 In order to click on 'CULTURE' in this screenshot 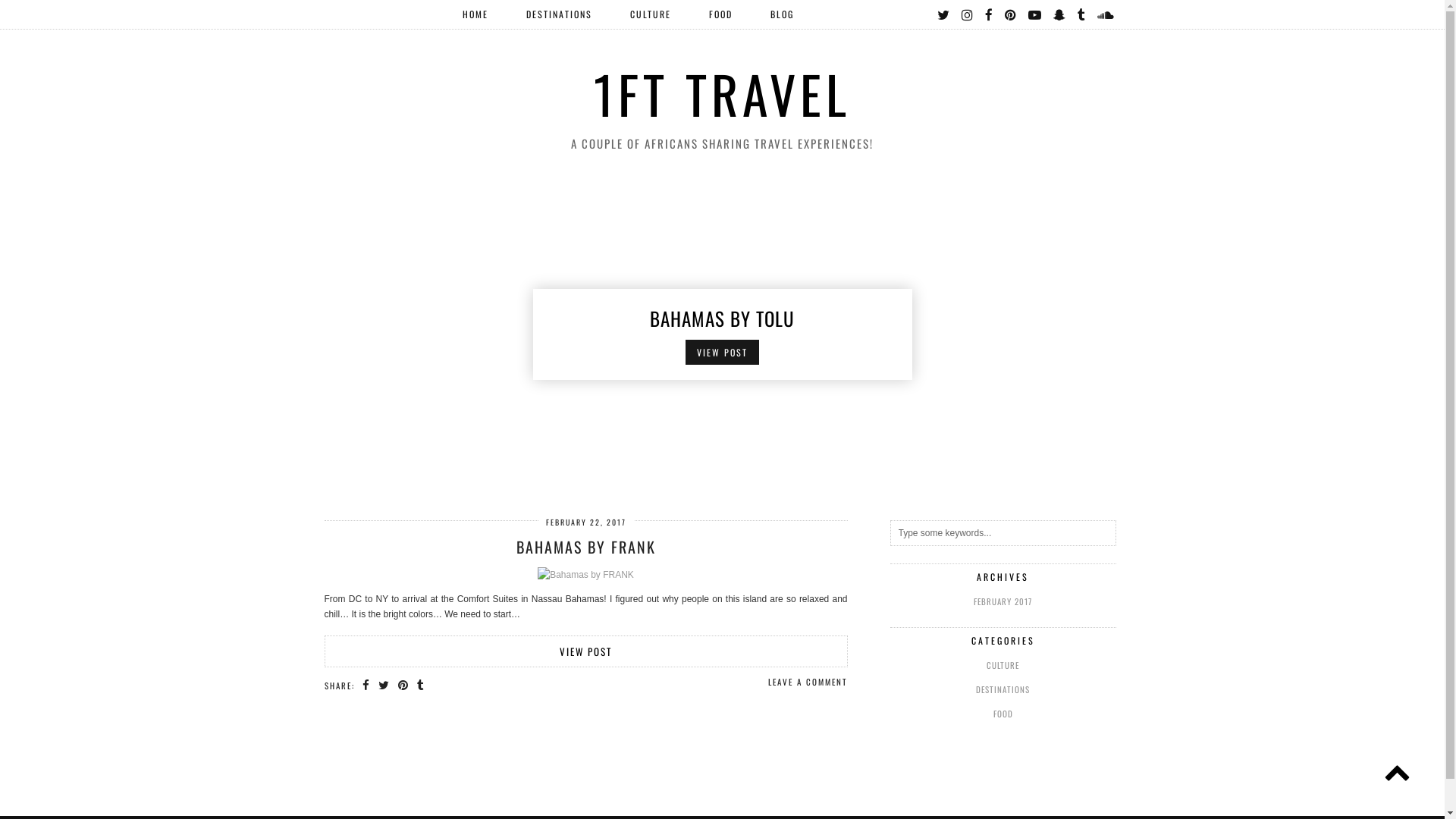, I will do `click(1003, 664)`.